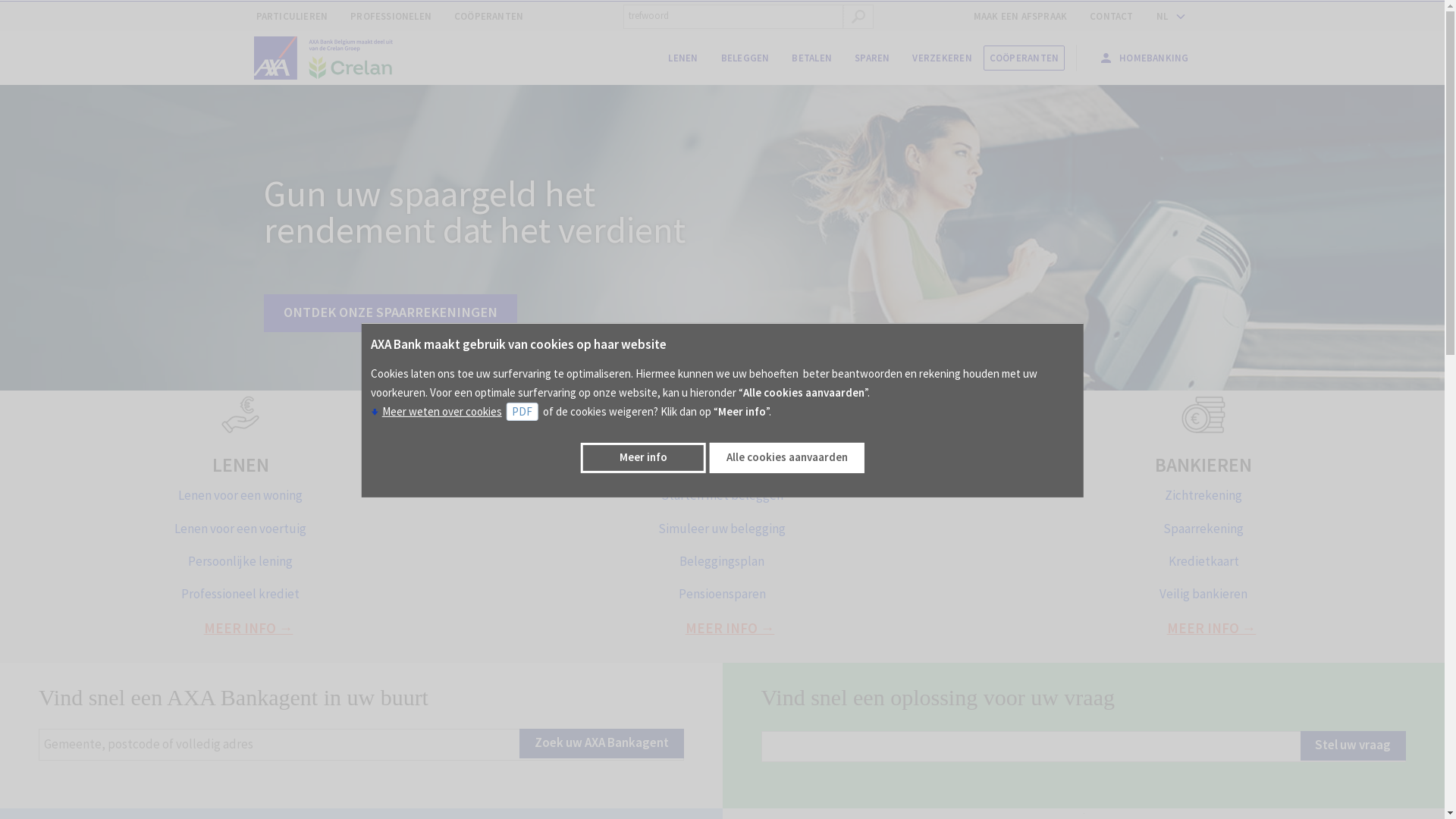  I want to click on 'Zichtrekening', so click(1203, 494).